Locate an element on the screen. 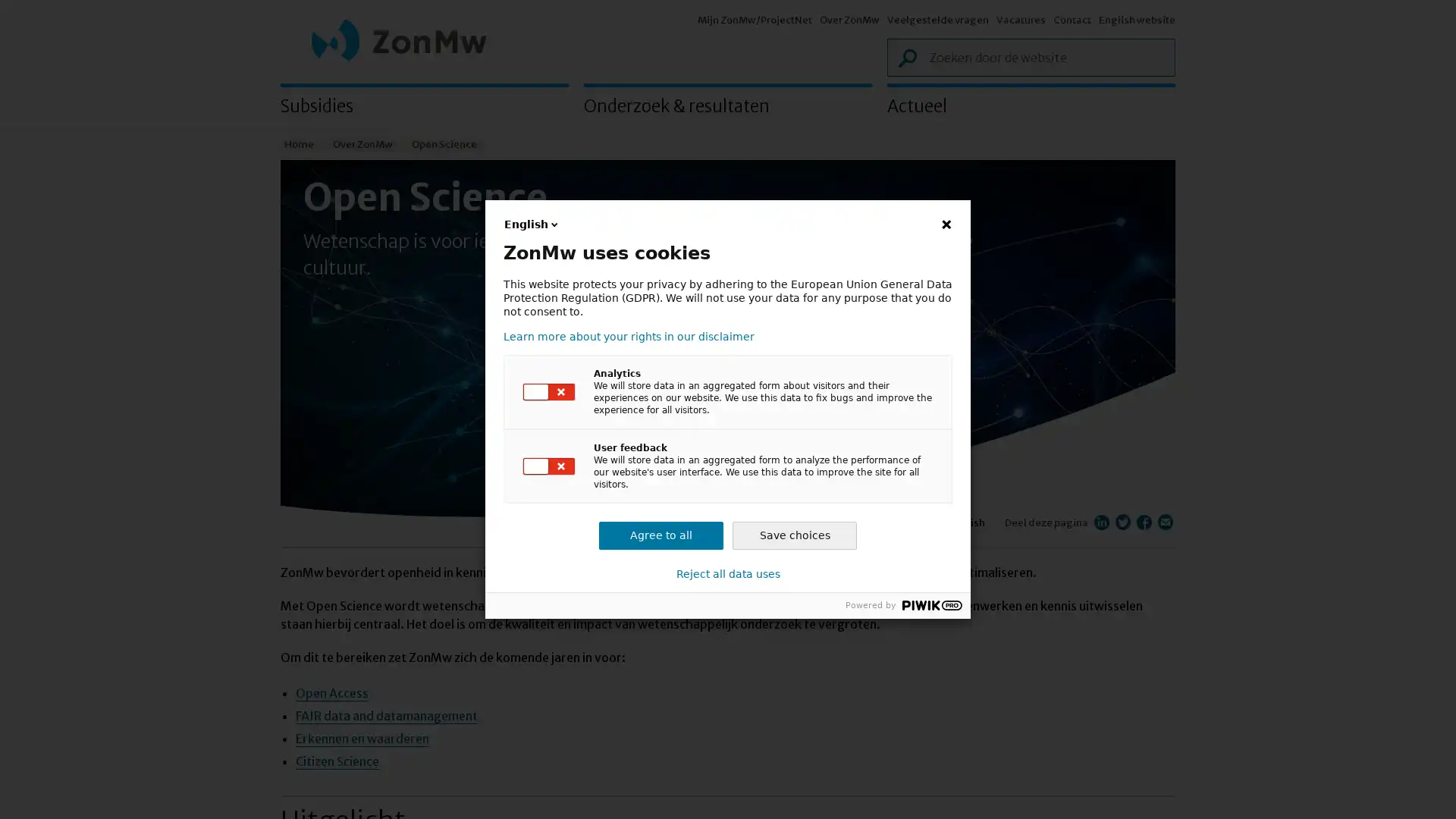 This screenshot has height=819, width=1456. Save choices is located at coordinates (793, 535).